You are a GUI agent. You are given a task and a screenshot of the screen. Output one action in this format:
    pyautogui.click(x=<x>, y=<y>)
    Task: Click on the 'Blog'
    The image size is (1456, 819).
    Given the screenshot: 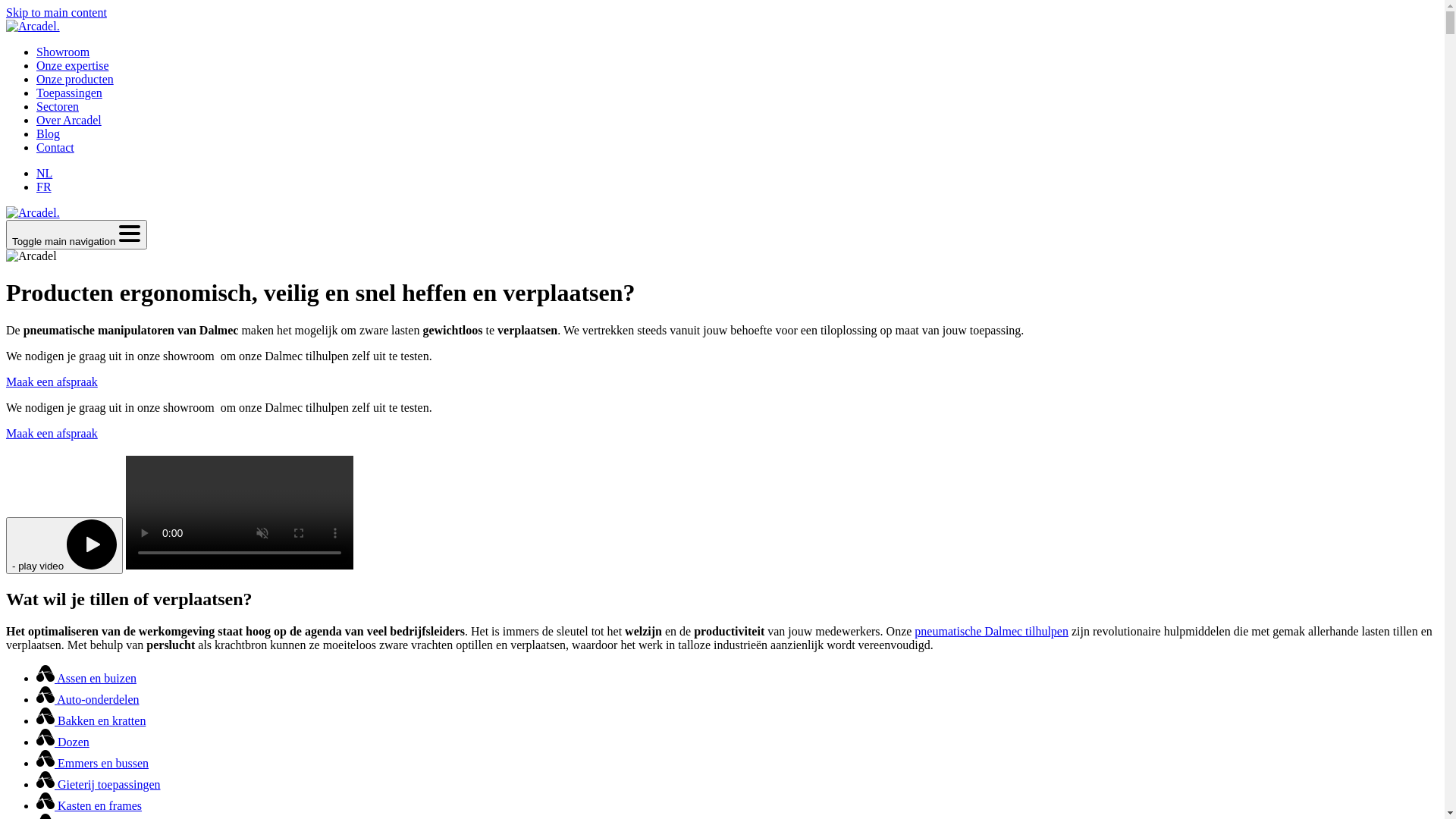 What is the action you would take?
    pyautogui.click(x=36, y=133)
    